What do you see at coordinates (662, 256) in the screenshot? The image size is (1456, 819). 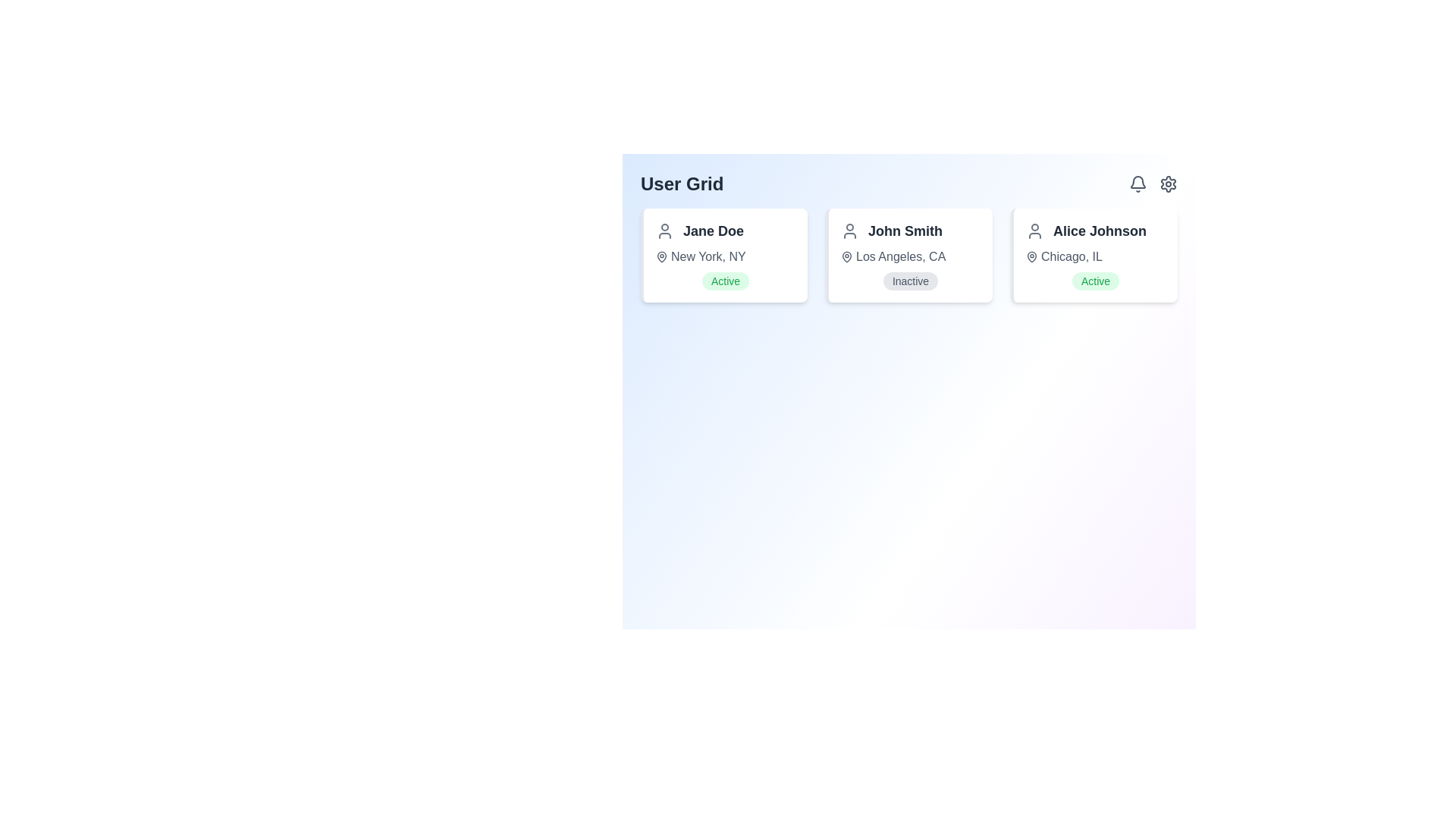 I see `the pin-shaped icon styled in line format, which is located to the left of the text 'New York, NY' in the first user information card` at bounding box center [662, 256].